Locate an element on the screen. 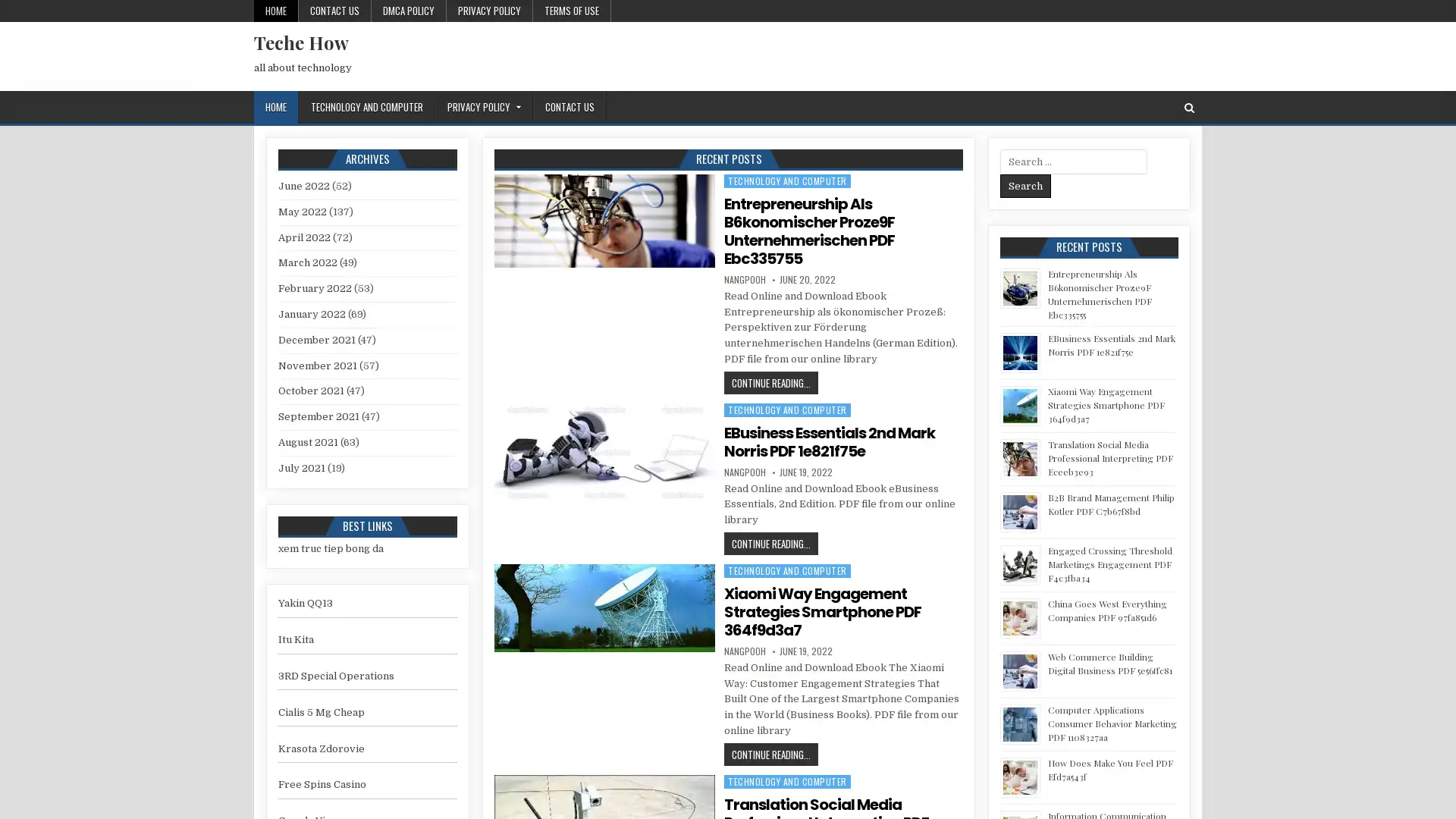 The height and width of the screenshot is (819, 1456). Search is located at coordinates (1025, 185).